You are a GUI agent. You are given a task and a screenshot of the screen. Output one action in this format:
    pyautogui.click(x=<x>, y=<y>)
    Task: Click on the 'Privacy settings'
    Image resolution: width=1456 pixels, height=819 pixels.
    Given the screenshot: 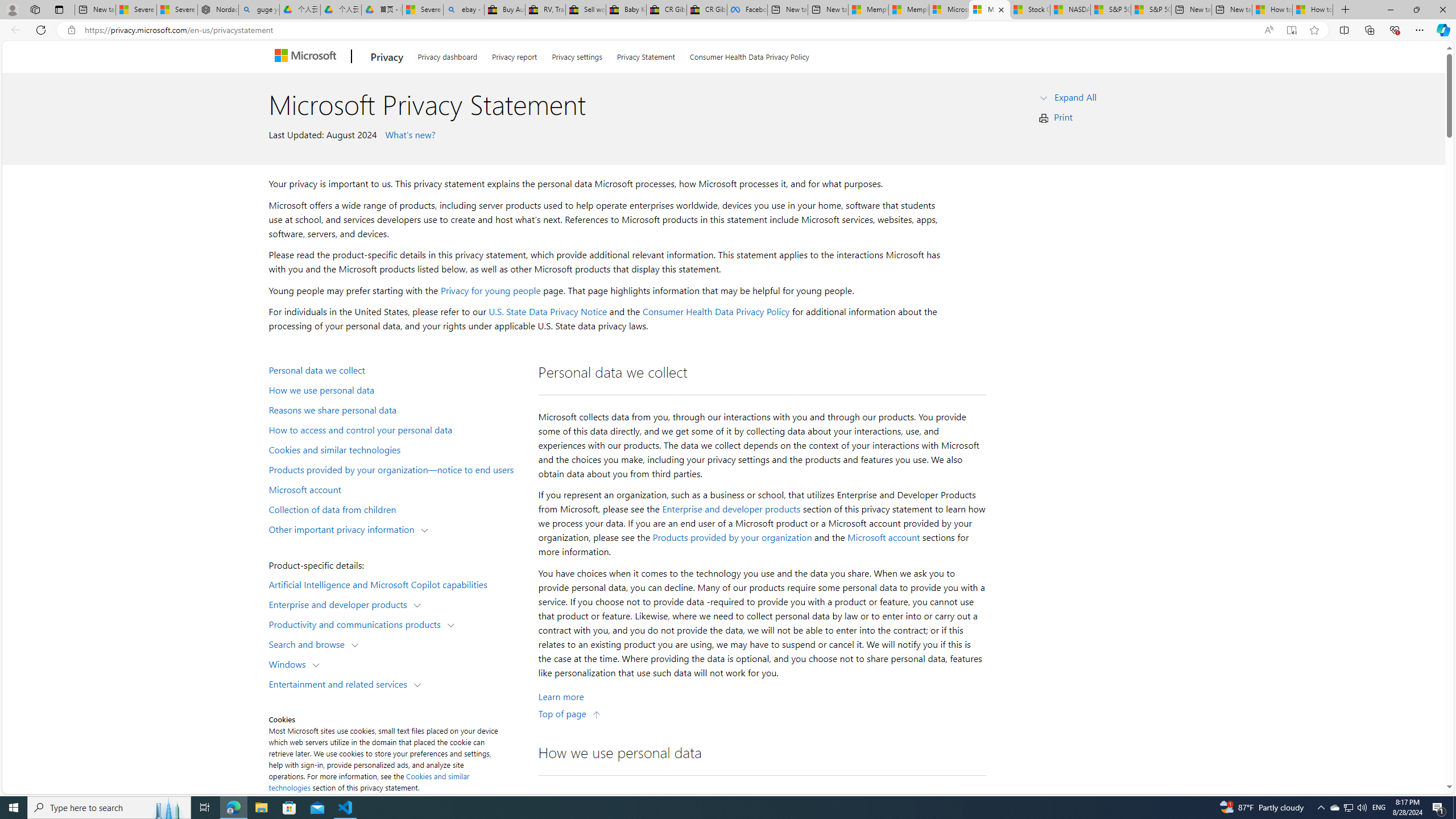 What is the action you would take?
    pyautogui.click(x=577, y=54)
    